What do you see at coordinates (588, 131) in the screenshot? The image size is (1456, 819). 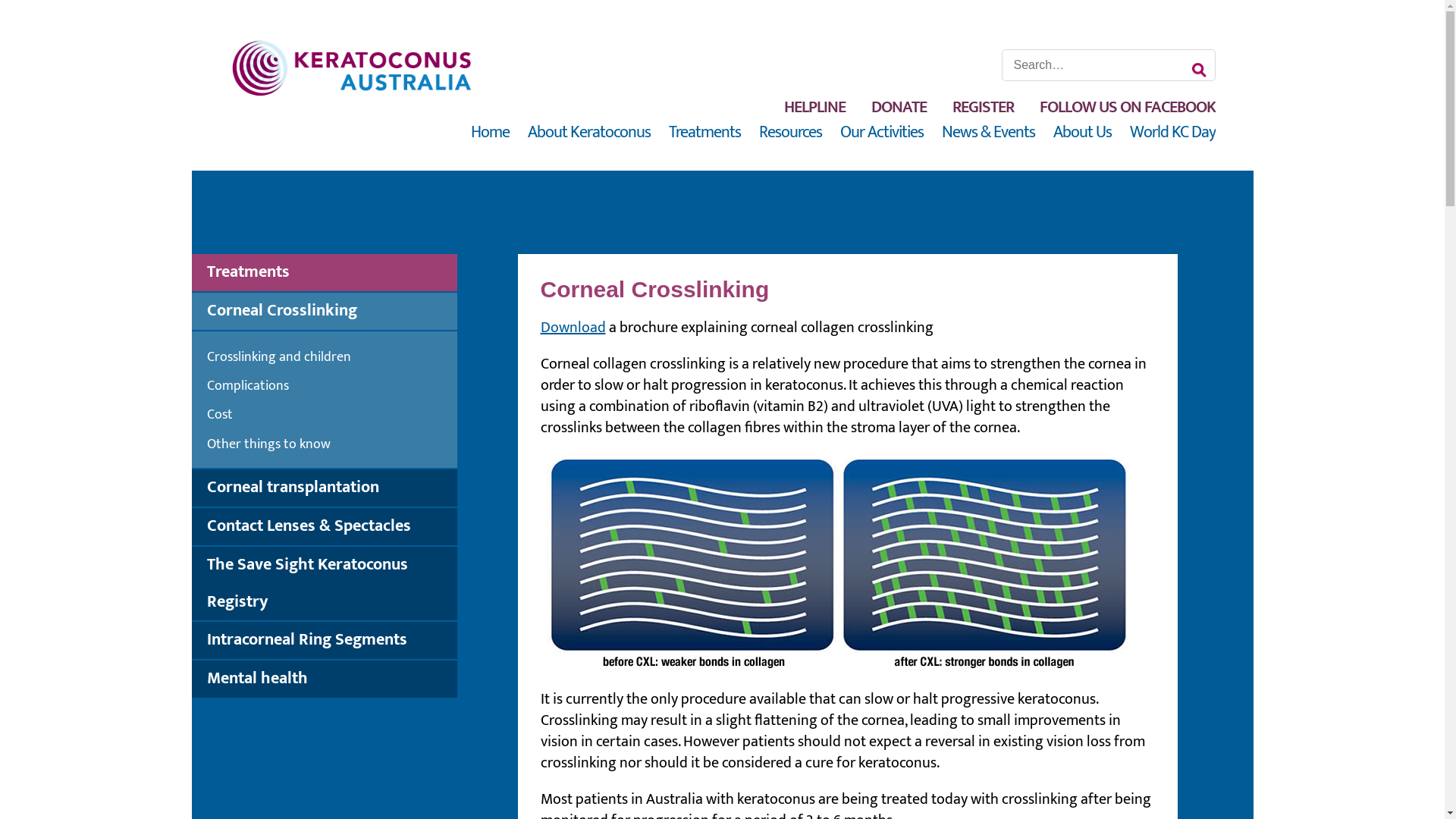 I see `'About Keratoconus'` at bounding box center [588, 131].